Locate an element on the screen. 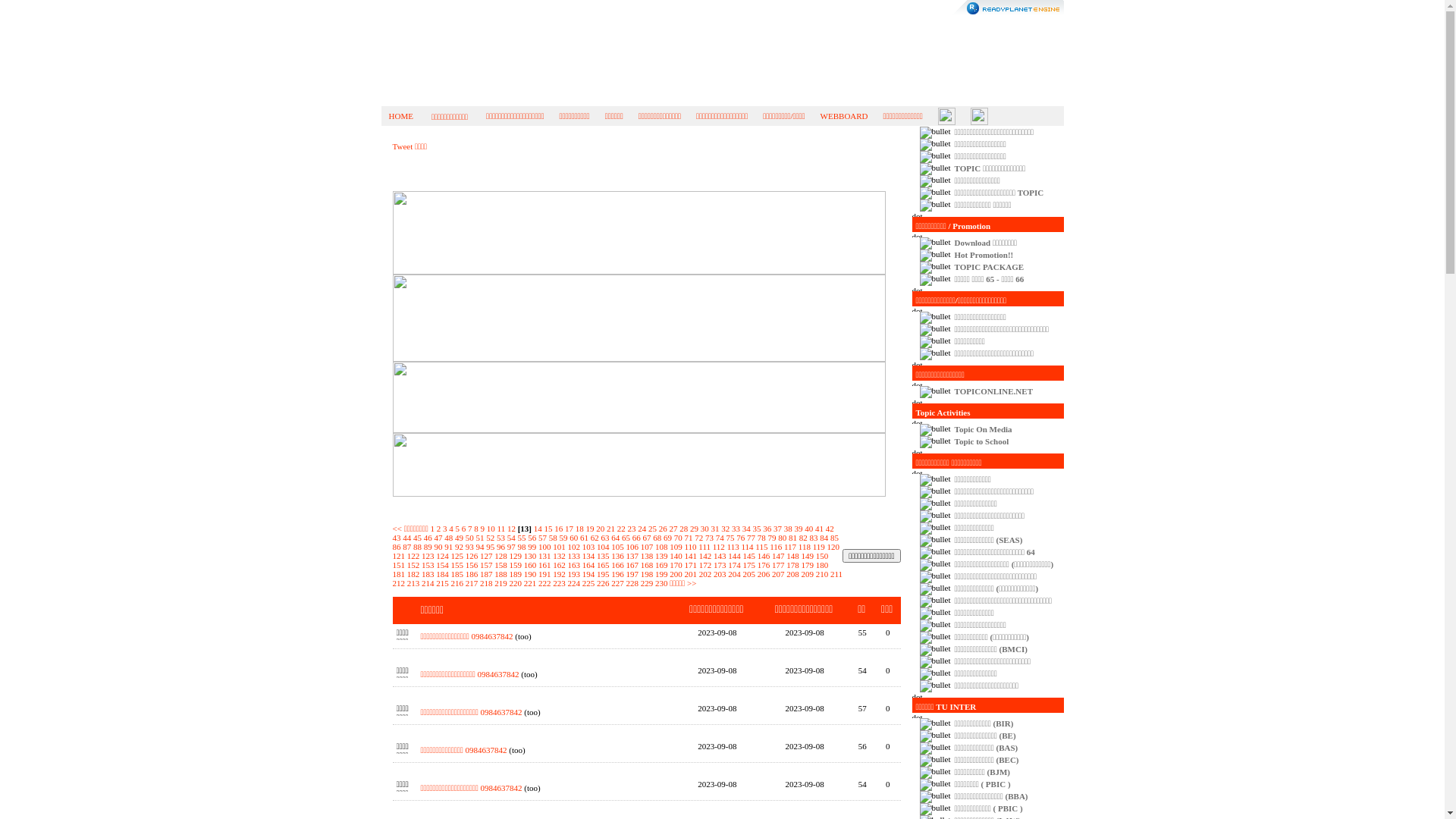  '104' is located at coordinates (602, 547).